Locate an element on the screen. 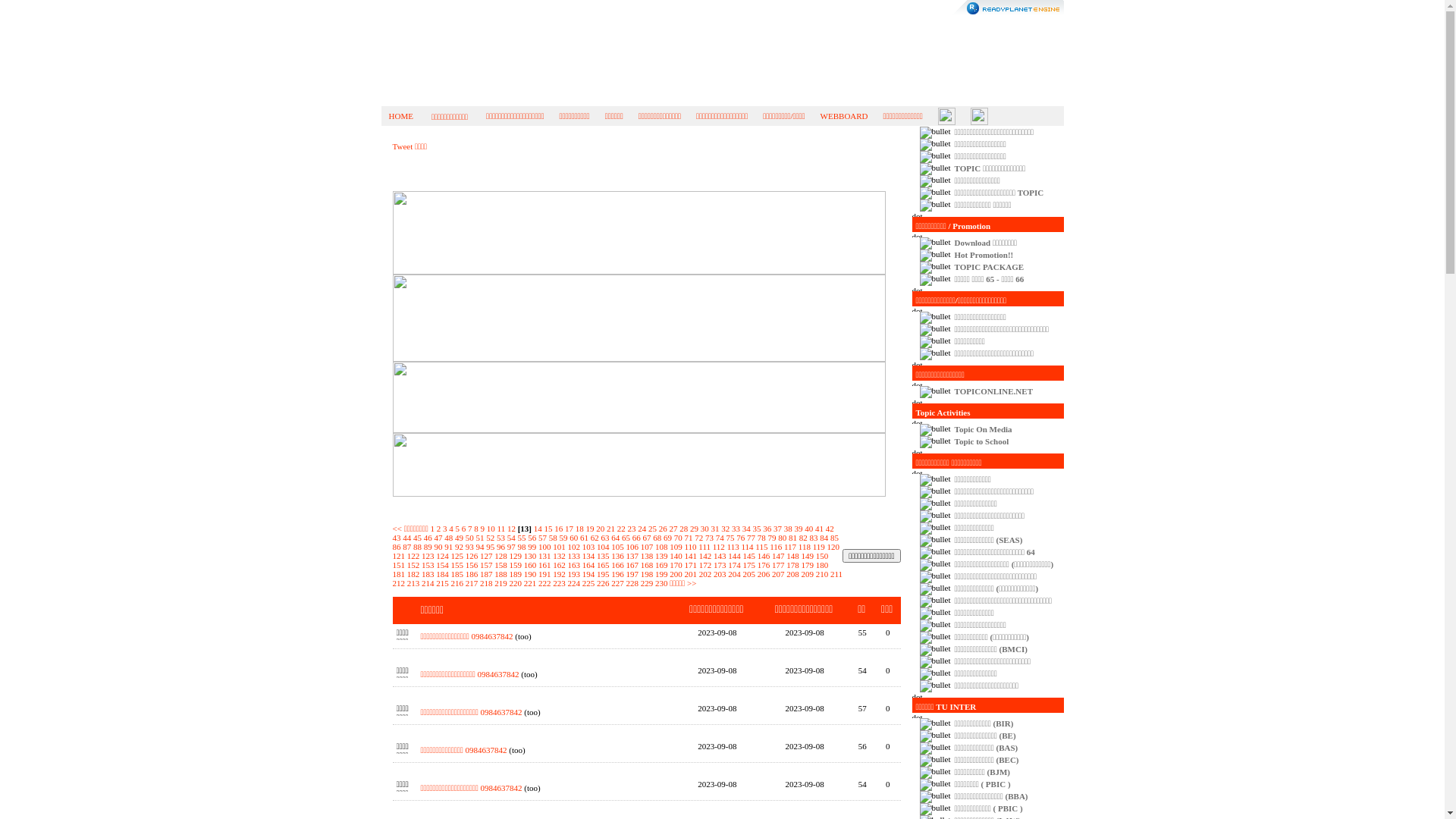  '104' is located at coordinates (602, 547).